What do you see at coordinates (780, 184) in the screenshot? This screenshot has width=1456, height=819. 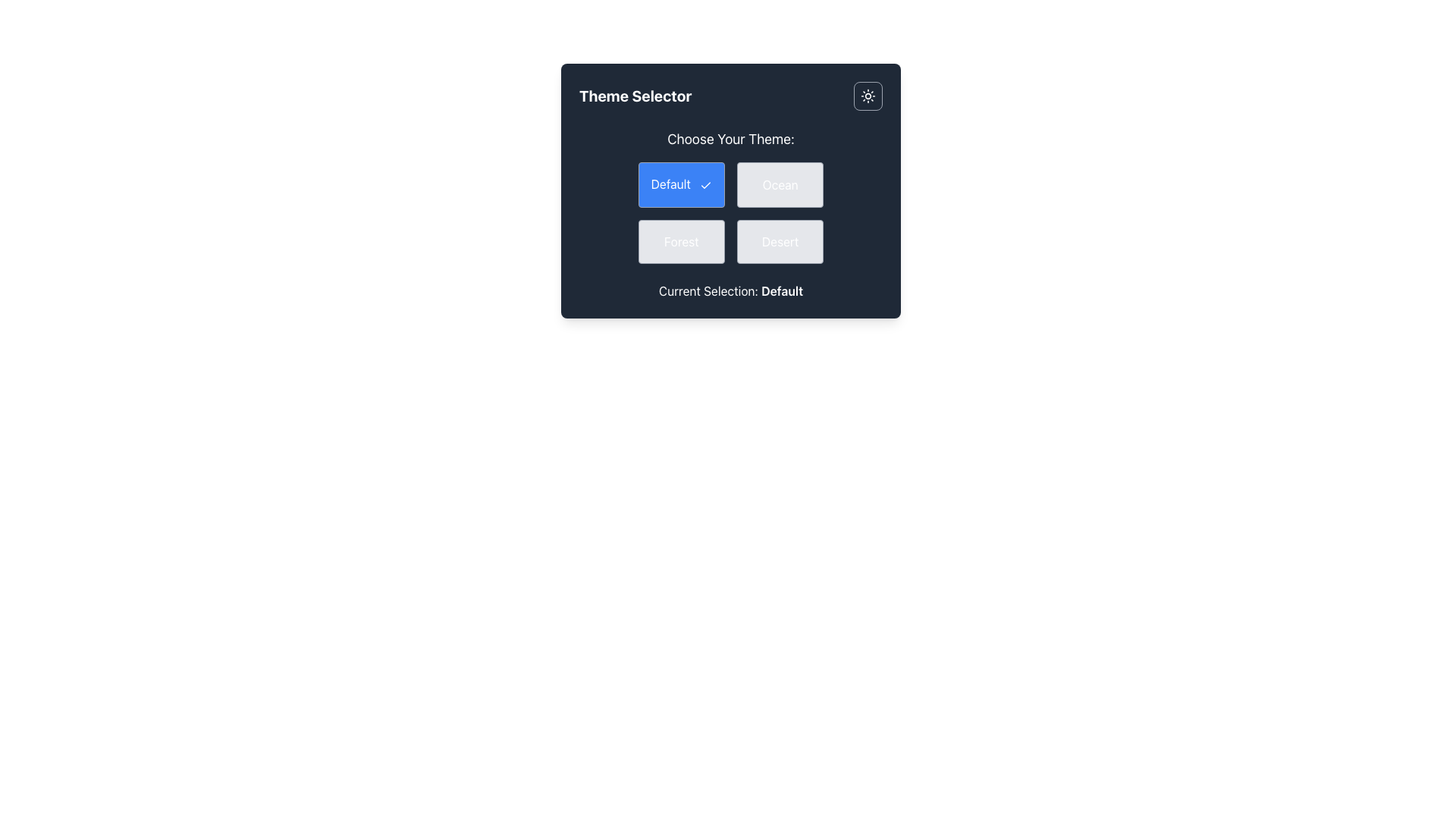 I see `the 'Ocean' theme button located in the second column of the first row in the grid layout` at bounding box center [780, 184].